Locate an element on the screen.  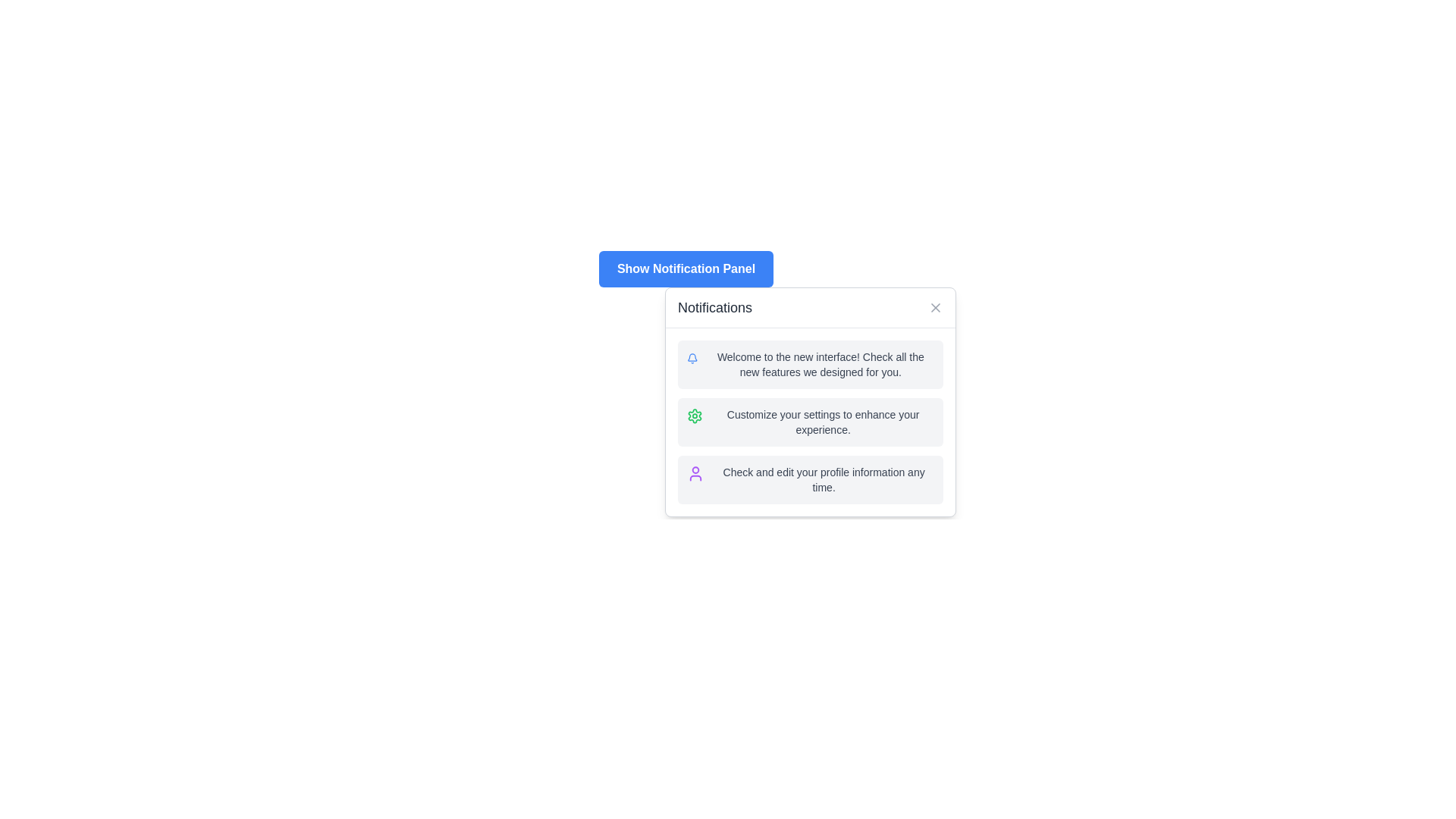
the settings icon located centrally within the second notification option in the notifications panel is located at coordinates (694, 416).